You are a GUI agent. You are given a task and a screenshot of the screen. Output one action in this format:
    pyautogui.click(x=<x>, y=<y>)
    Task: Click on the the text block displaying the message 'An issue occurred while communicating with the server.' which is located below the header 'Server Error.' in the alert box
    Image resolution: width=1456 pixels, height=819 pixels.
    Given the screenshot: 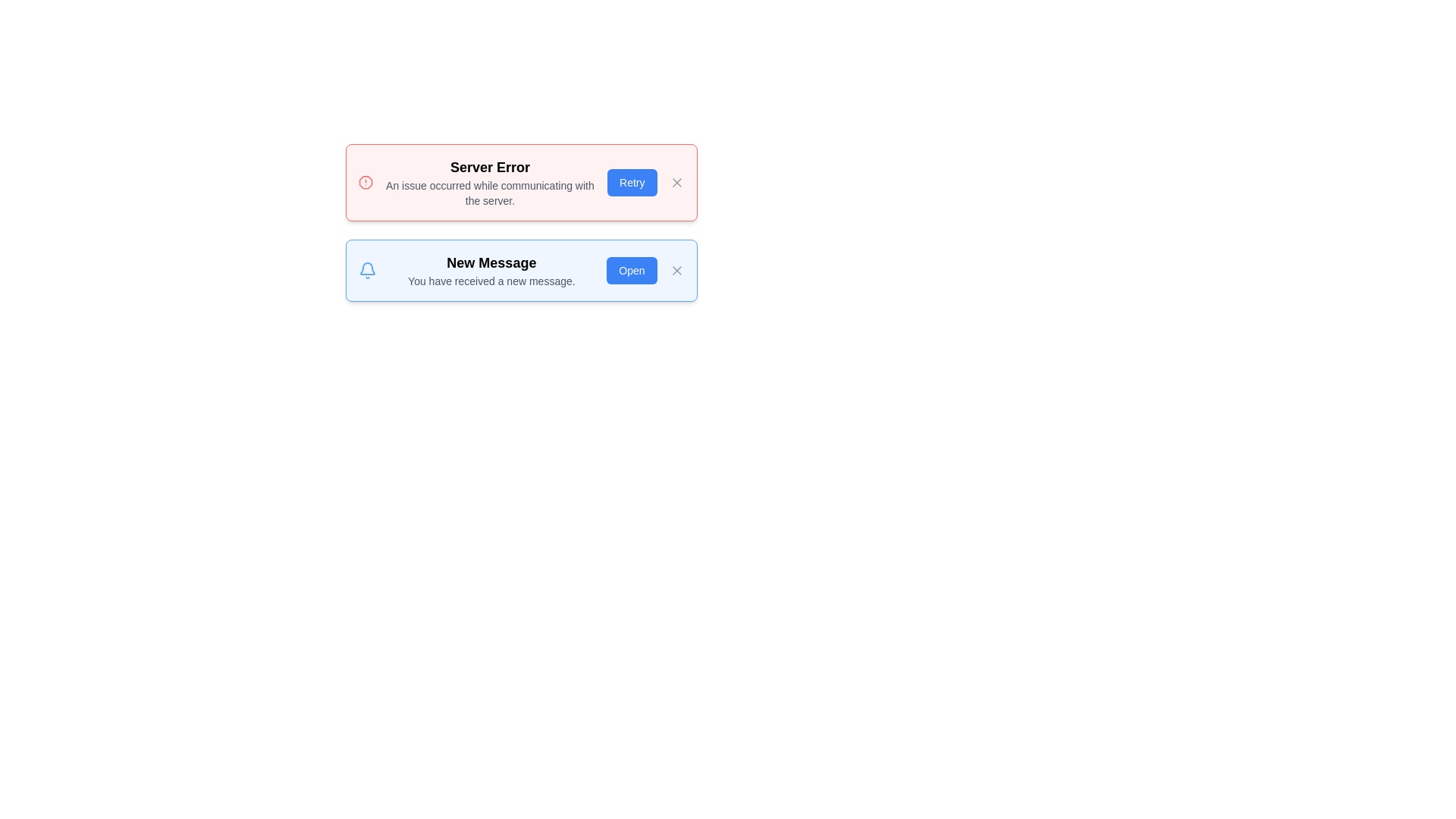 What is the action you would take?
    pyautogui.click(x=490, y=192)
    